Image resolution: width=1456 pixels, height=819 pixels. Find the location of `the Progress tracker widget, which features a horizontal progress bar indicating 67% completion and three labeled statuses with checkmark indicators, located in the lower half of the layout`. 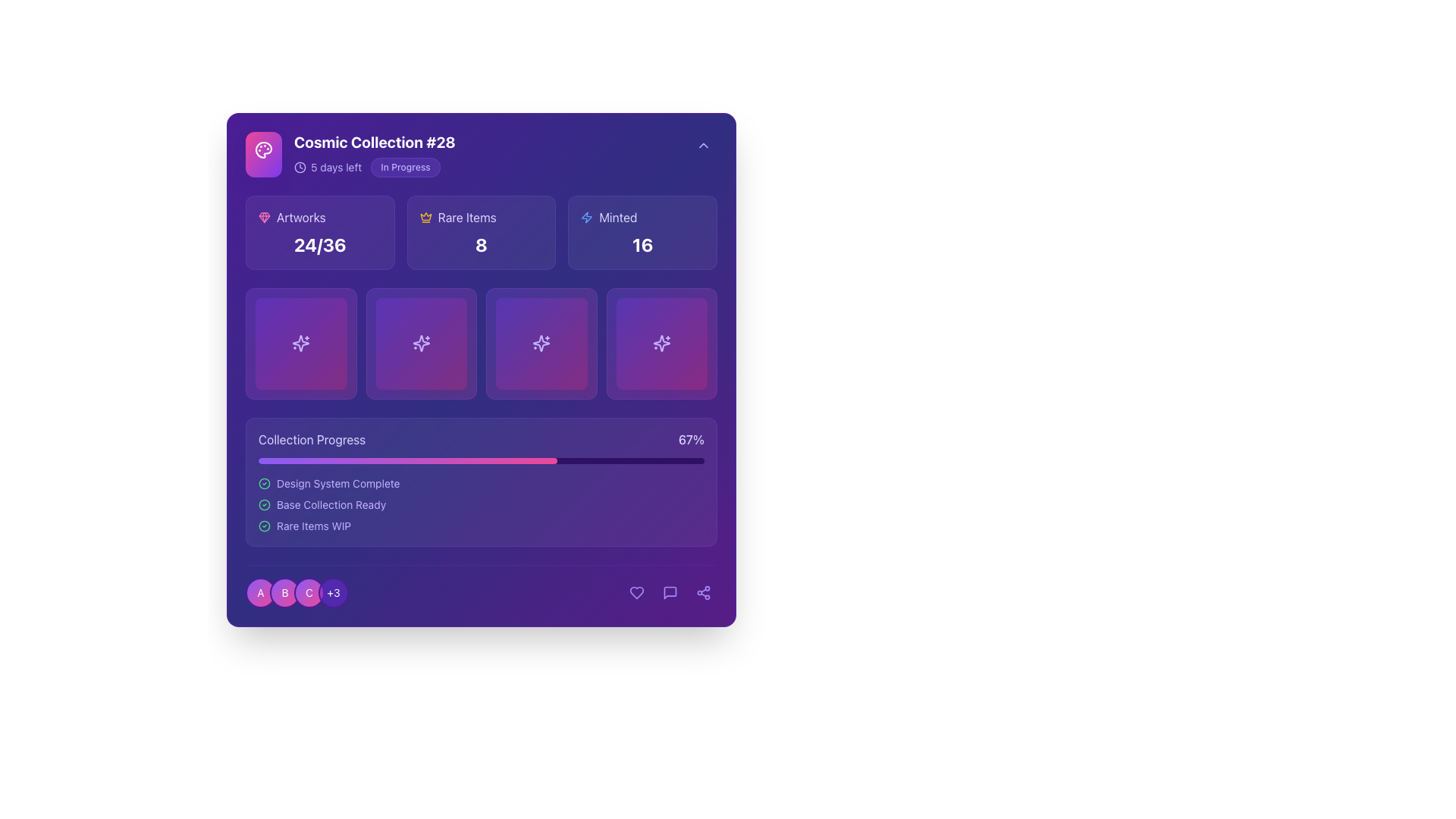

the Progress tracker widget, which features a horizontal progress bar indicating 67% completion and three labeled statuses with checkmark indicators, located in the lower half of the layout is located at coordinates (480, 482).